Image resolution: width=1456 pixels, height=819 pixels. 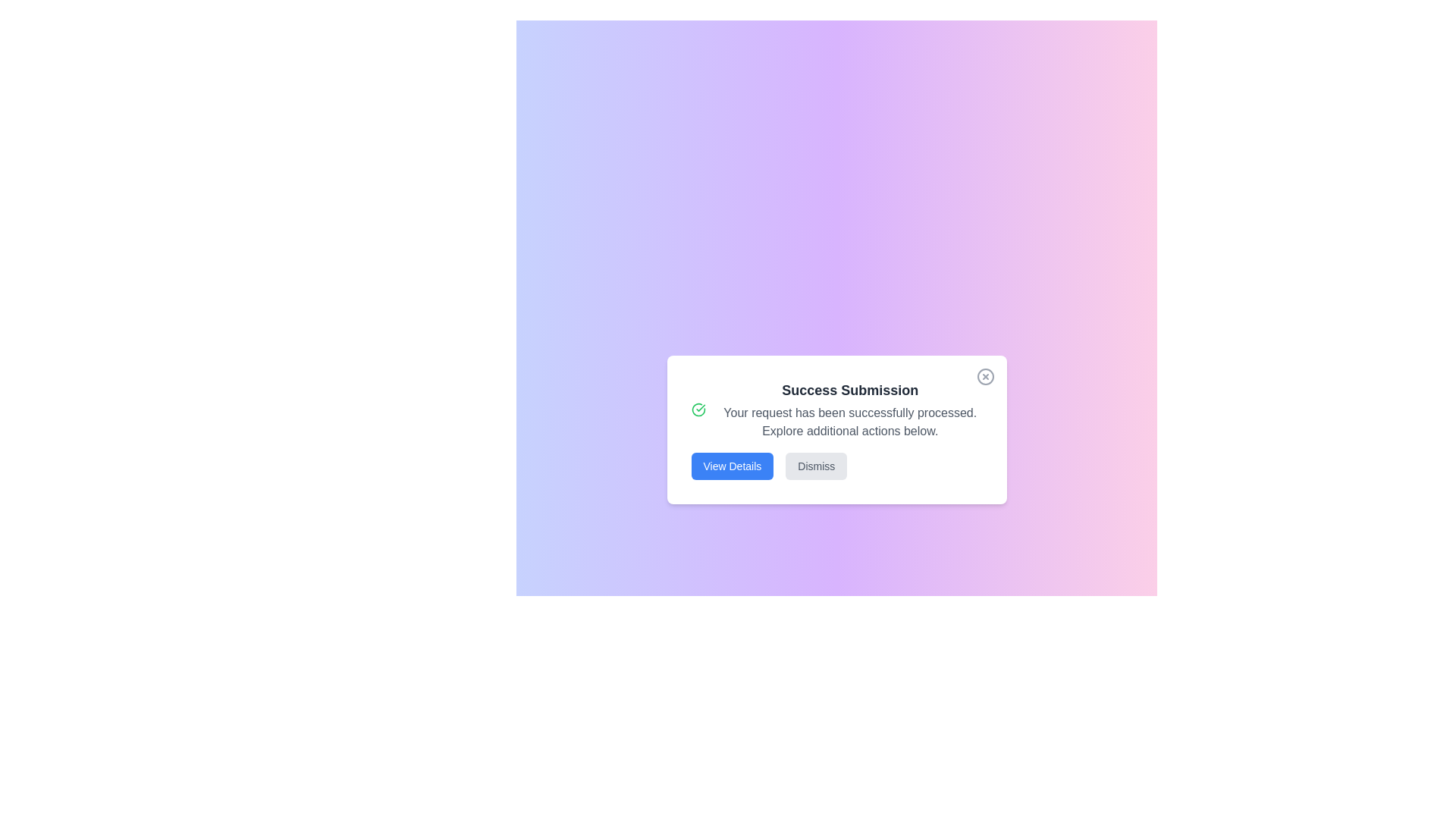 I want to click on the confirmation feedback text block located directly below the 'Success Submission' title in the dialog box, so click(x=850, y=422).